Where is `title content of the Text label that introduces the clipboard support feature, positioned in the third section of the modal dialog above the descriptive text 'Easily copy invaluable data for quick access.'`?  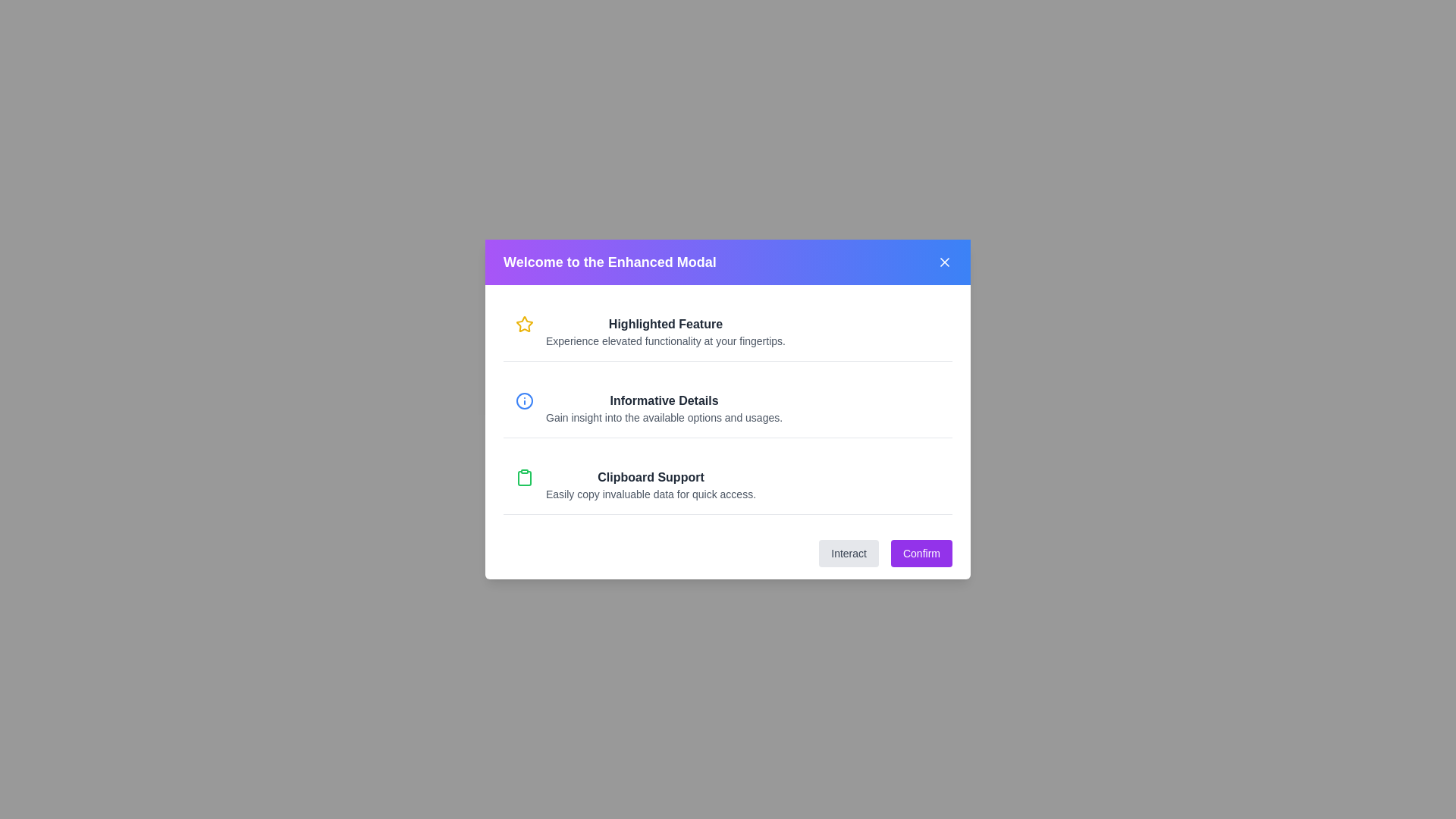 title content of the Text label that introduces the clipboard support feature, positioned in the third section of the modal dialog above the descriptive text 'Easily copy invaluable data for quick access.' is located at coordinates (651, 476).